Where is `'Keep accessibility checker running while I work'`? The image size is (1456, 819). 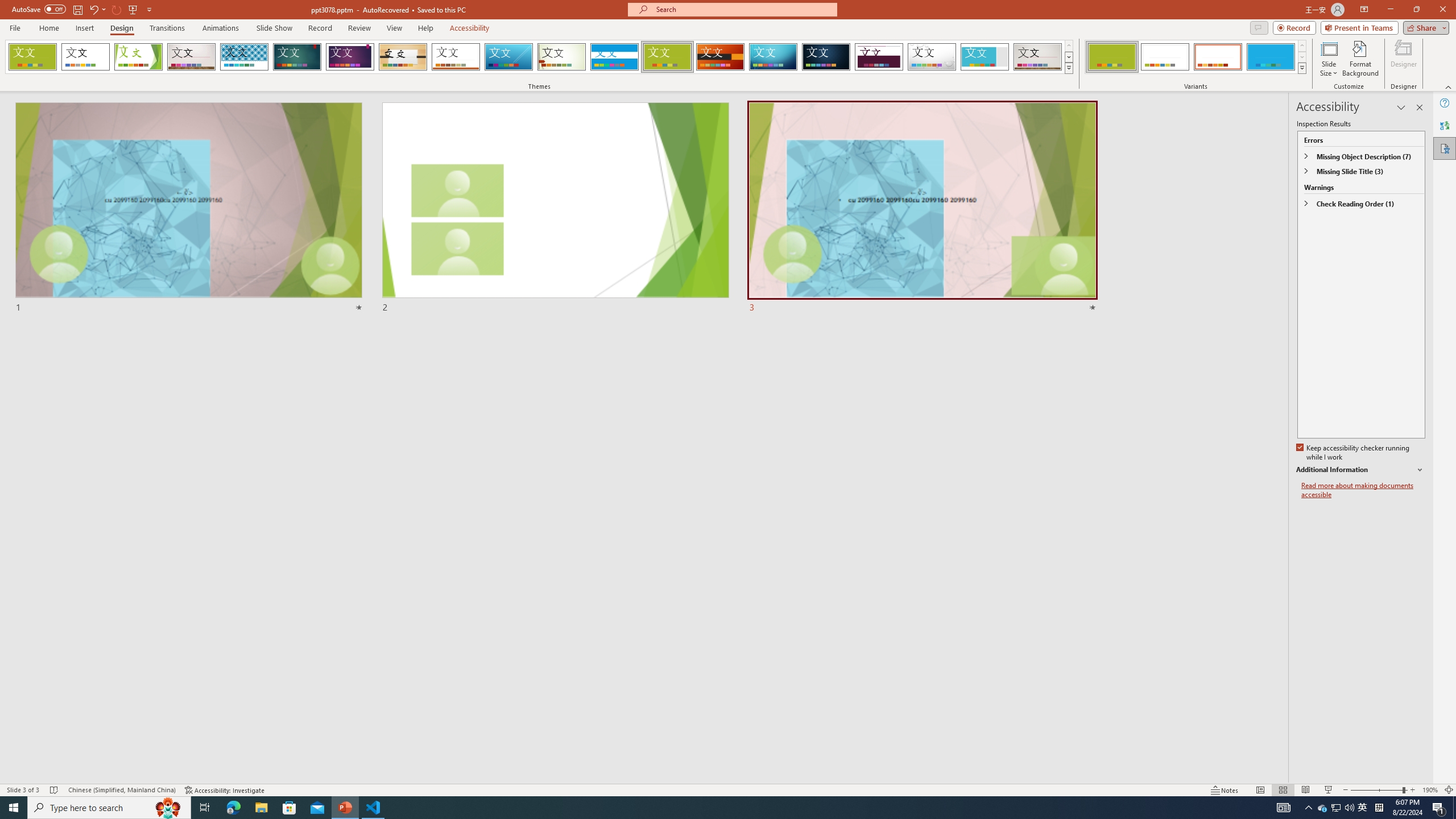
'Keep accessibility checker running while I work' is located at coordinates (1354, 453).